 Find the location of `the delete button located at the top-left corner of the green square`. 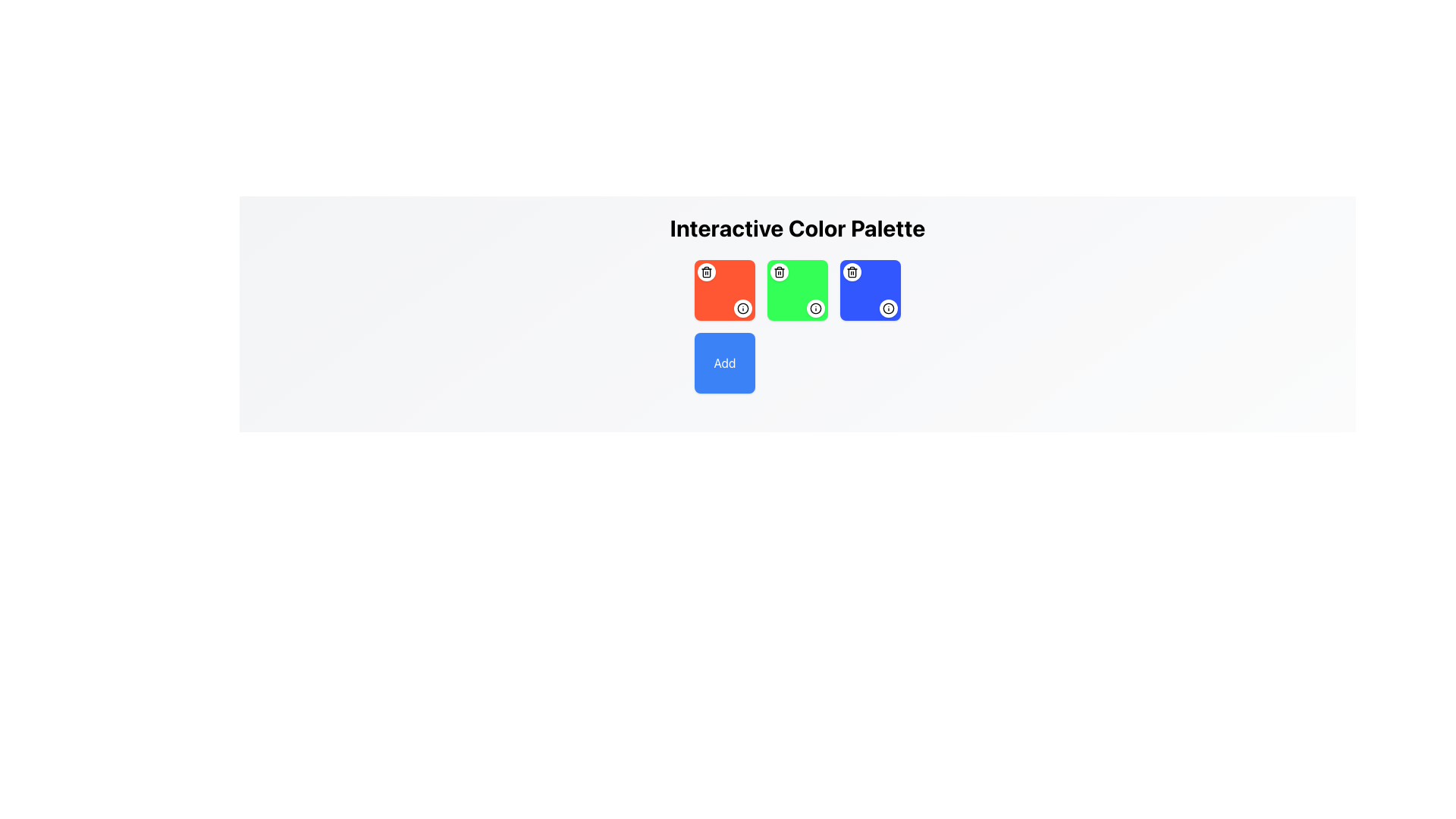

the delete button located at the top-left corner of the green square is located at coordinates (779, 271).